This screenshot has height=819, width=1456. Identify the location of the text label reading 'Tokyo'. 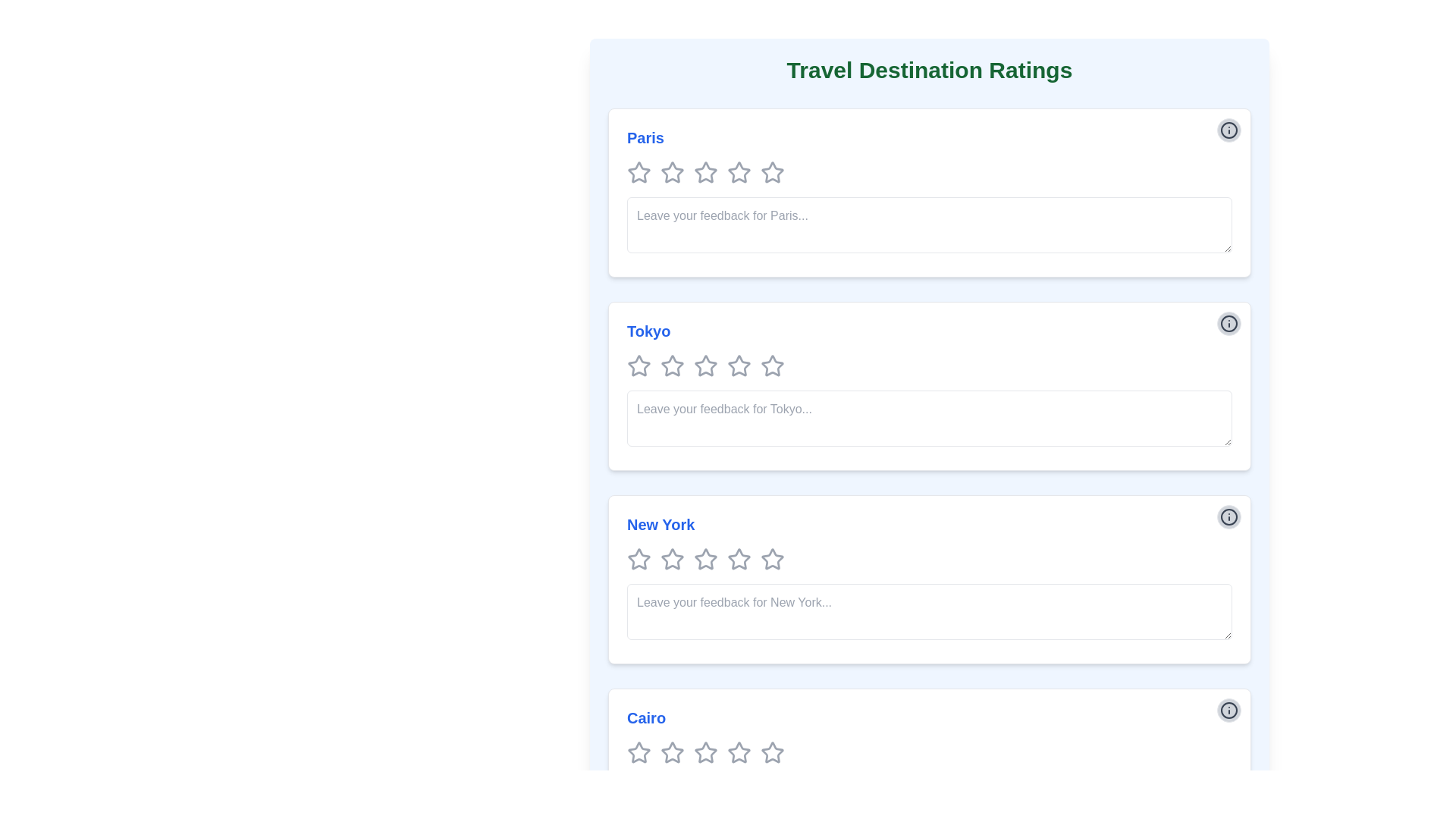
(648, 330).